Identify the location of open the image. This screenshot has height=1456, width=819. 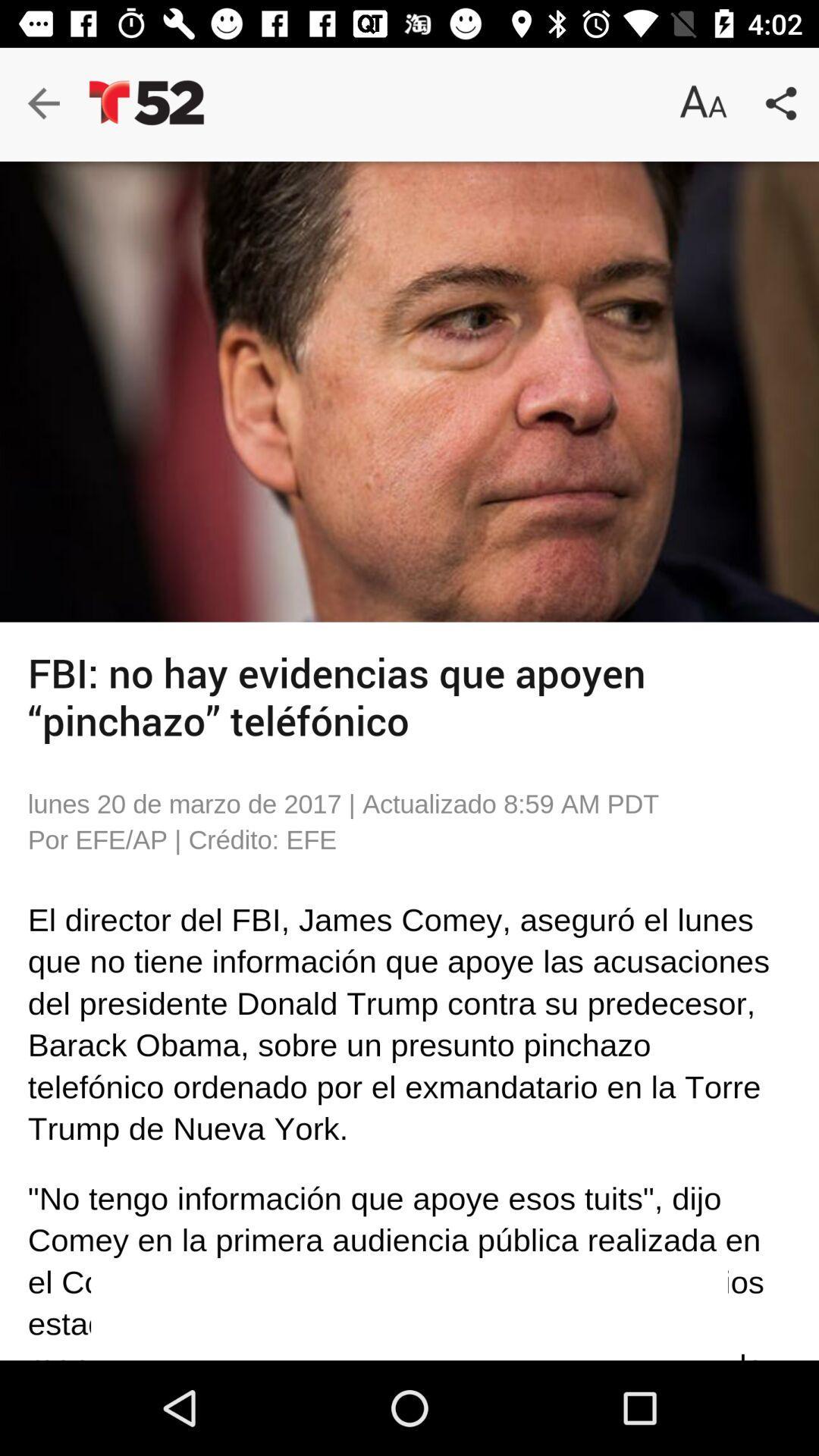
(409, 391).